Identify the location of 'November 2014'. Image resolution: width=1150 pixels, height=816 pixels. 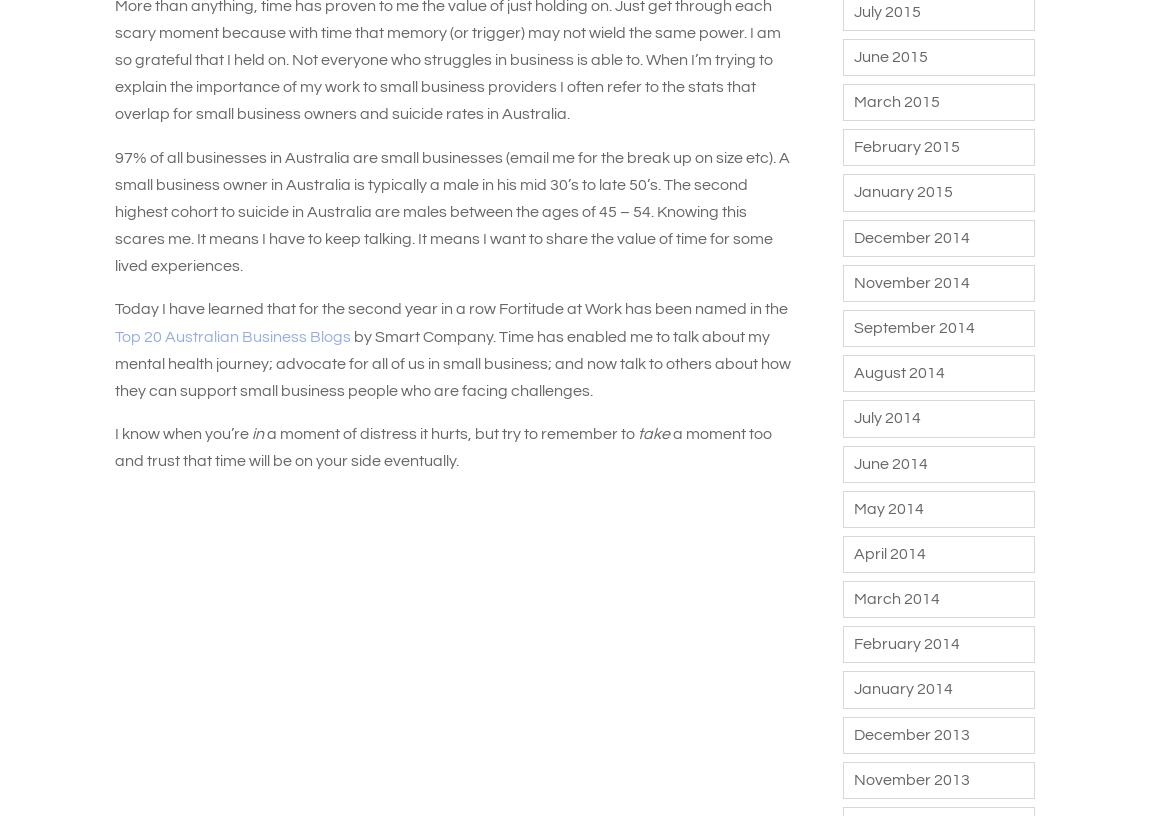
(911, 281).